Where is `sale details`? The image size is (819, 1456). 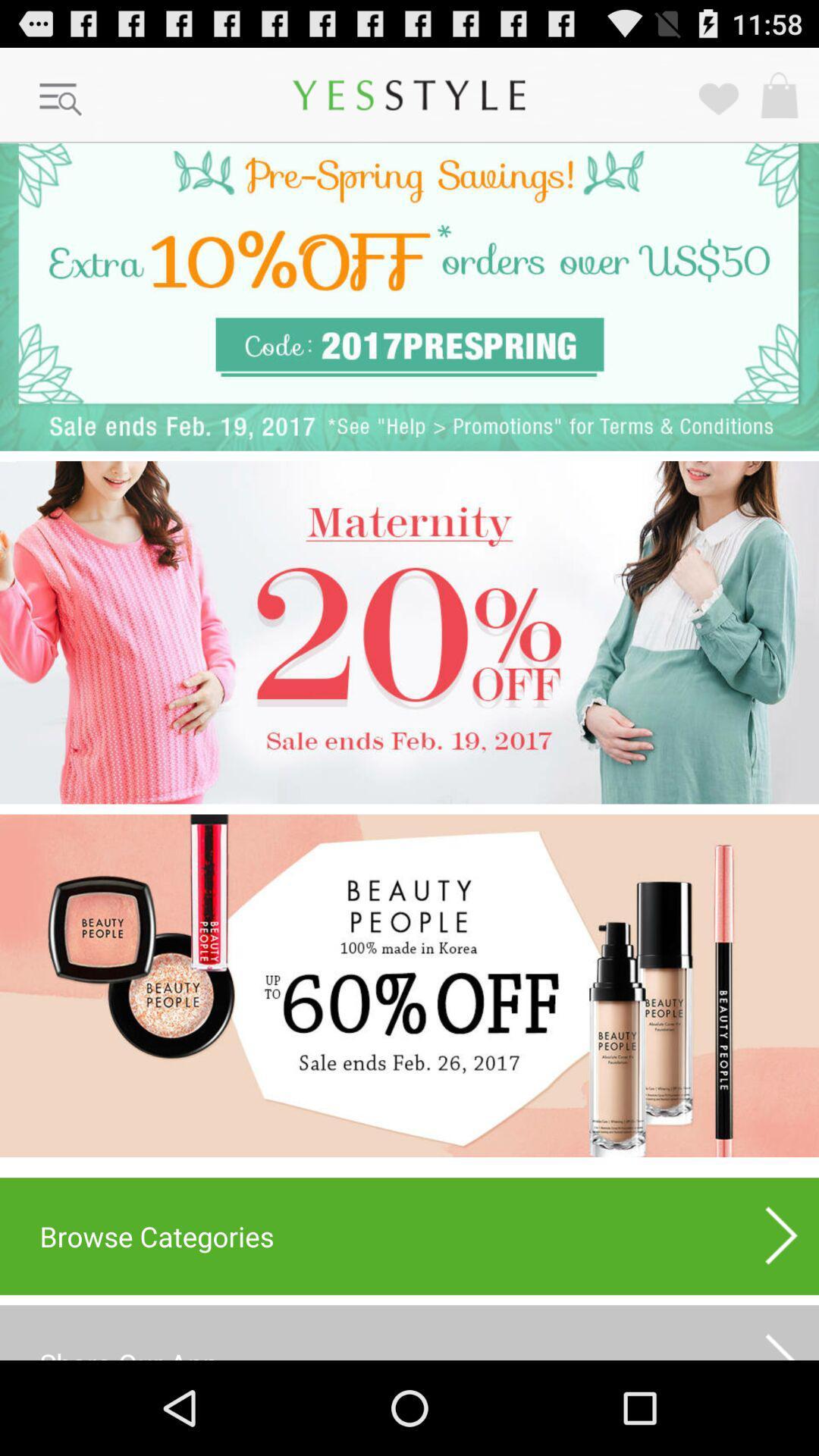 sale details is located at coordinates (409, 986).